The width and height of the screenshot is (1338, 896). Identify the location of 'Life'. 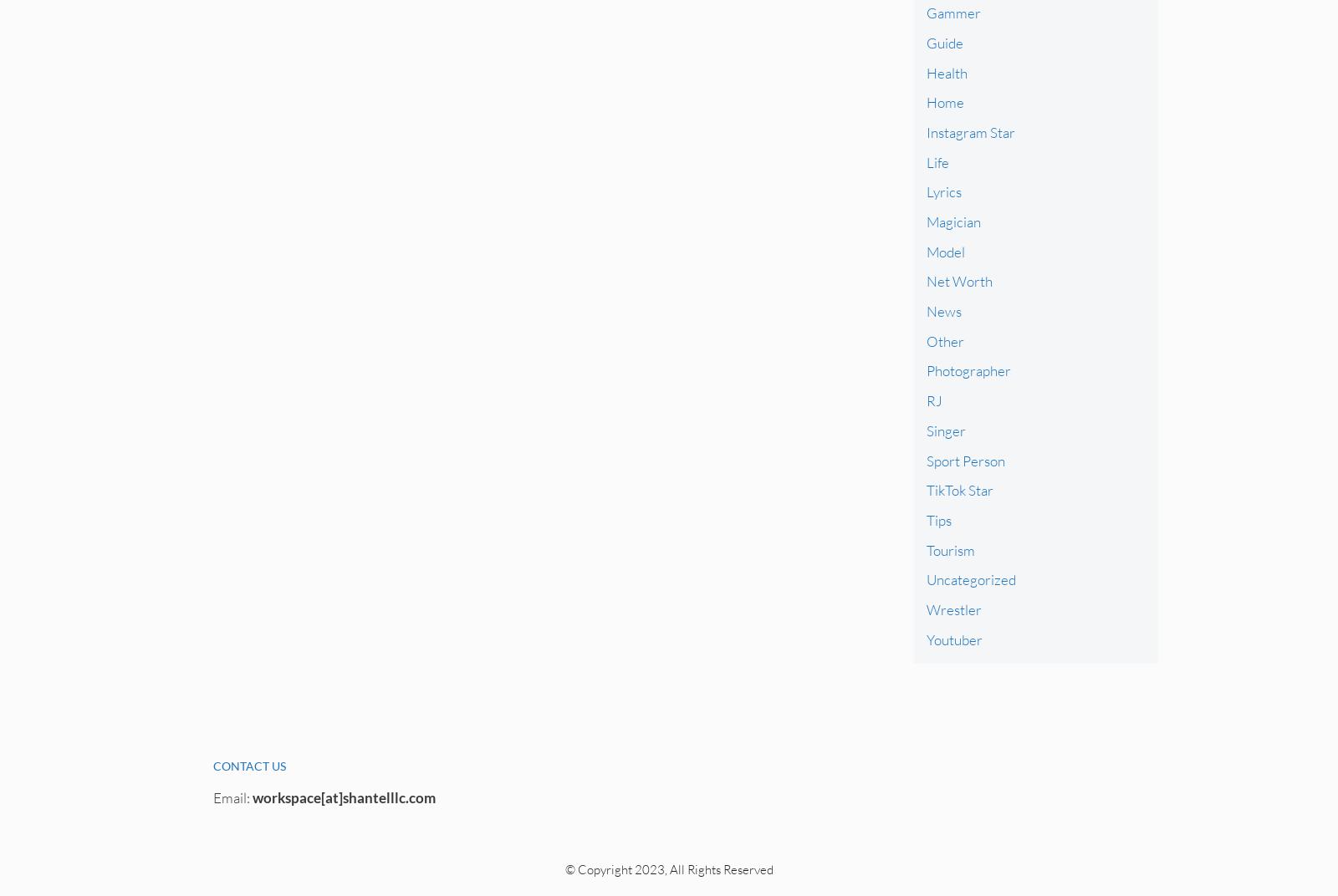
(926, 160).